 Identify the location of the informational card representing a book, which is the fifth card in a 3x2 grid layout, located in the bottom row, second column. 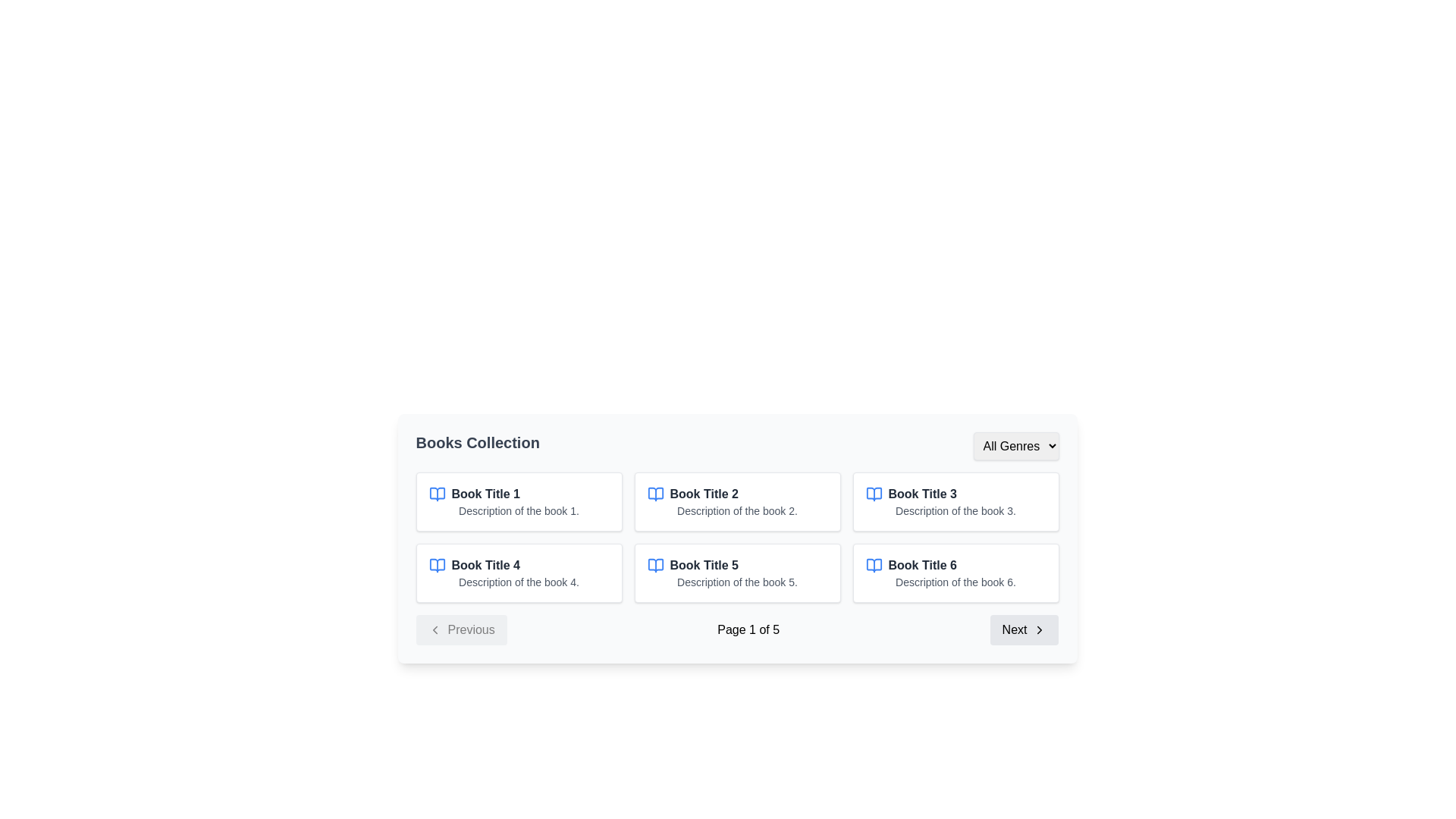
(737, 573).